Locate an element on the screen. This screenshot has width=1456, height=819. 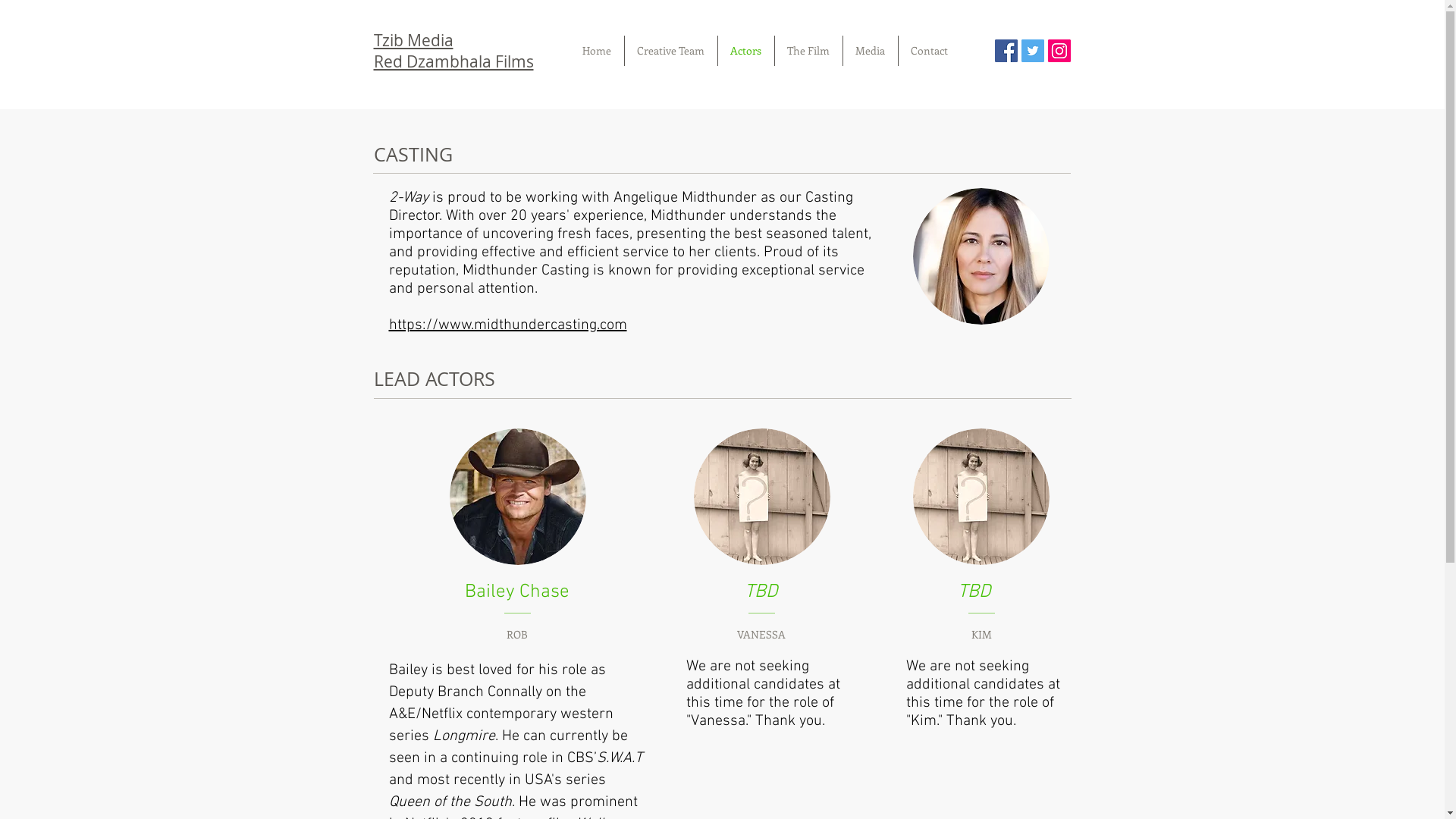
'https://www.midthundercasting.com' is located at coordinates (507, 324).